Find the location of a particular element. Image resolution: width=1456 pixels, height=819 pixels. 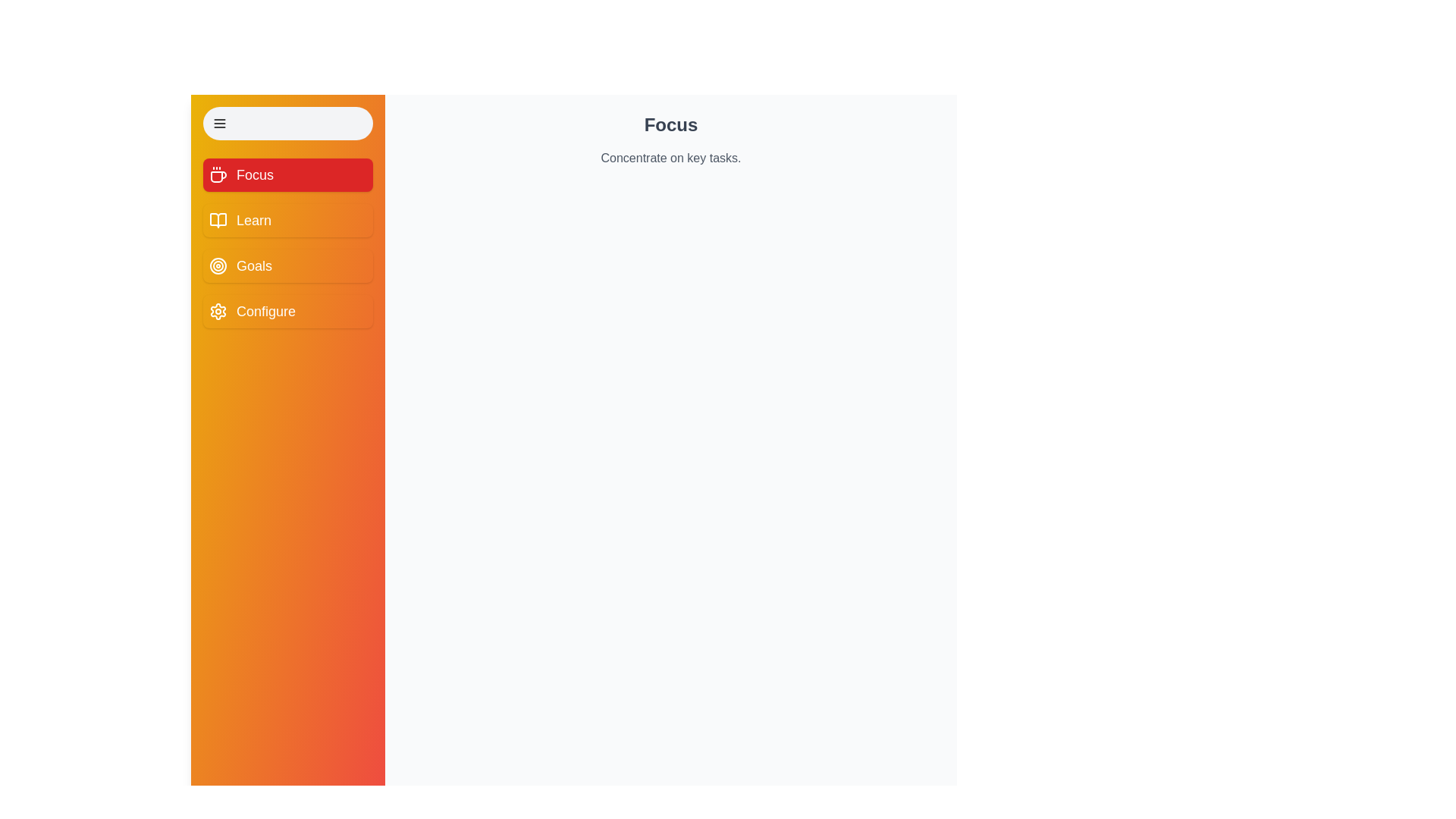

toggle button to change the drawer's expanded state is located at coordinates (287, 122).